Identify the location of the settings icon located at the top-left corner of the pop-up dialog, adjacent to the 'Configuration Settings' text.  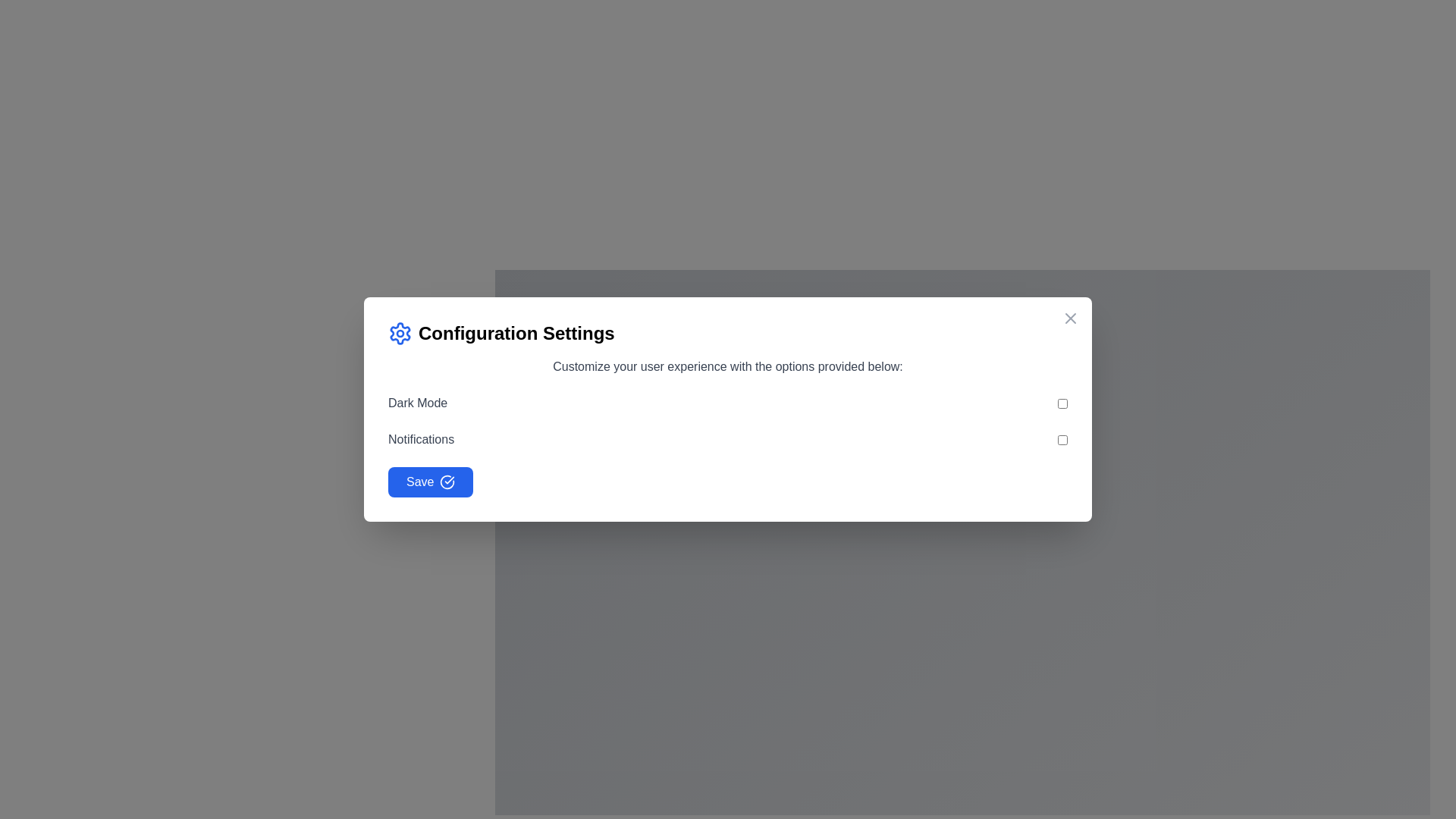
(400, 332).